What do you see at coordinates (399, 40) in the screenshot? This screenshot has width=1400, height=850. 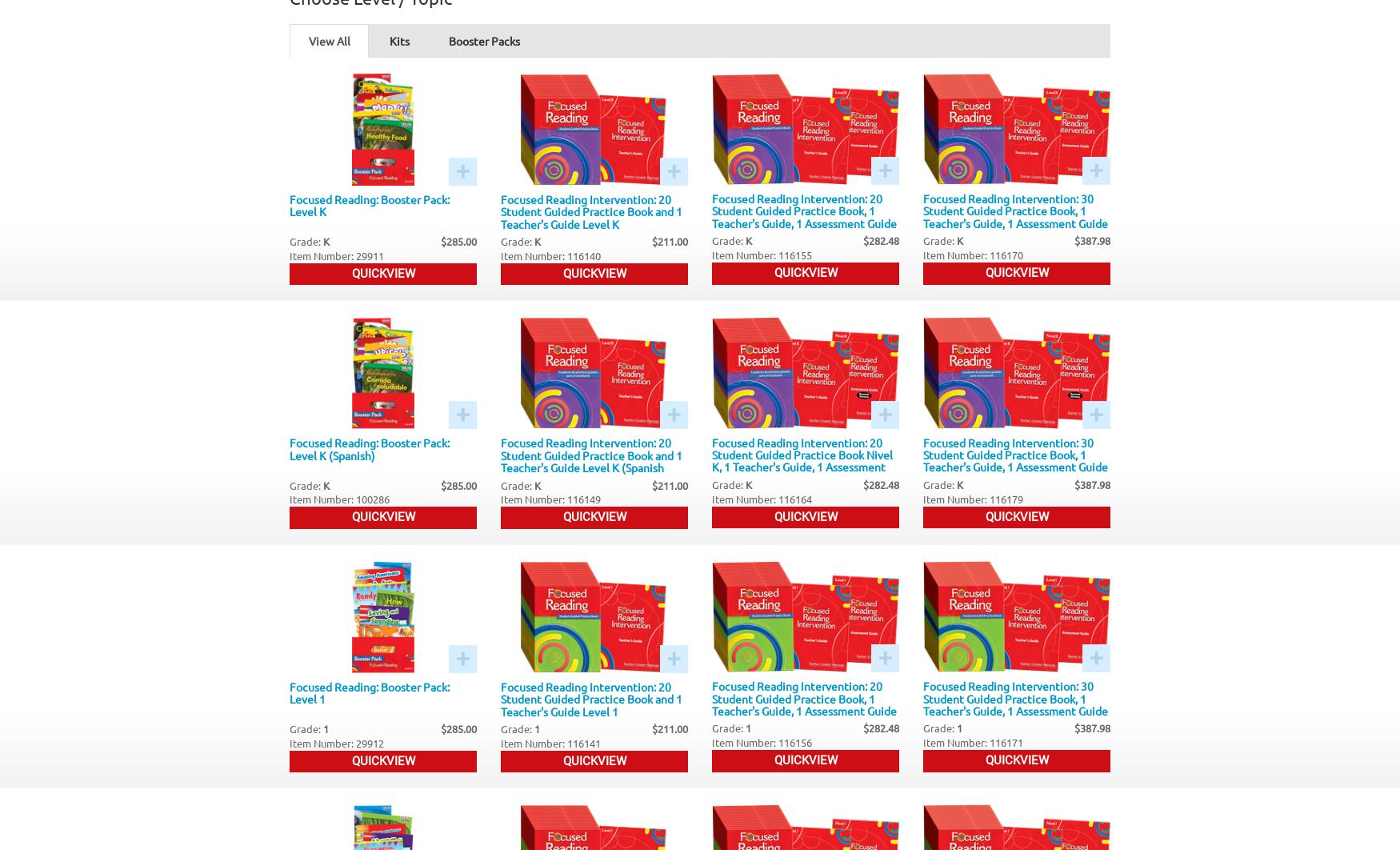 I see `'Kits'` at bounding box center [399, 40].